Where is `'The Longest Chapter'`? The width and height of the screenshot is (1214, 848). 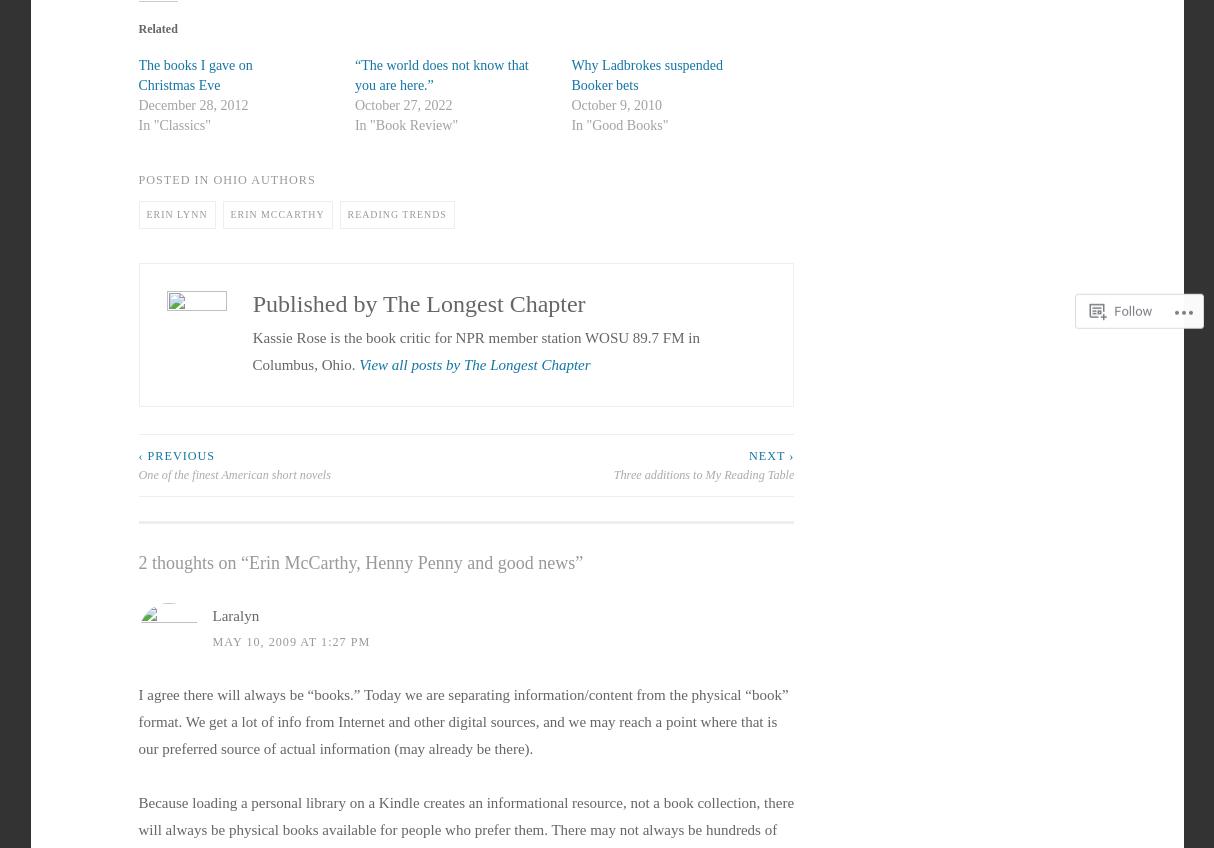
'The Longest Chapter' is located at coordinates (382, 304).